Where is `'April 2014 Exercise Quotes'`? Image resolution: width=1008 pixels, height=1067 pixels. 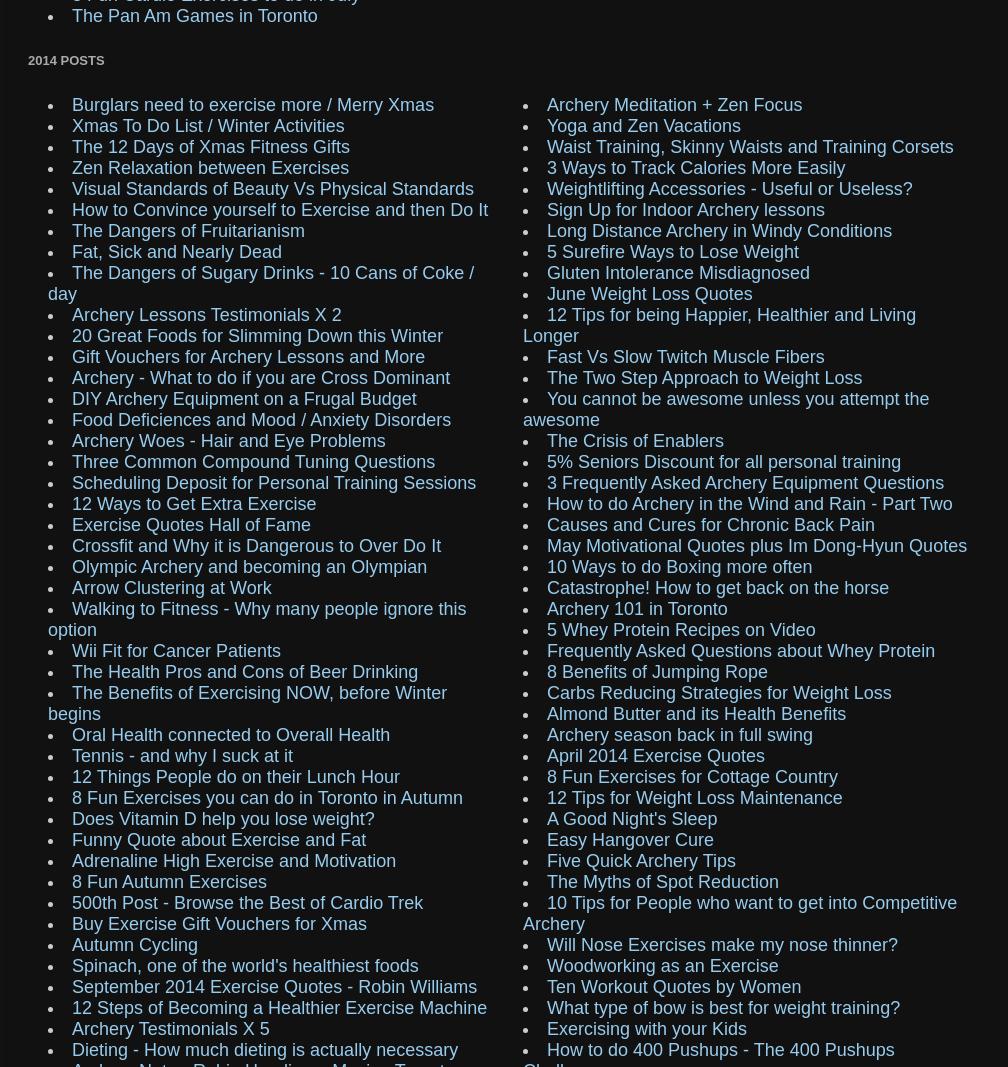
'April 2014 Exercise Quotes' is located at coordinates (655, 754).